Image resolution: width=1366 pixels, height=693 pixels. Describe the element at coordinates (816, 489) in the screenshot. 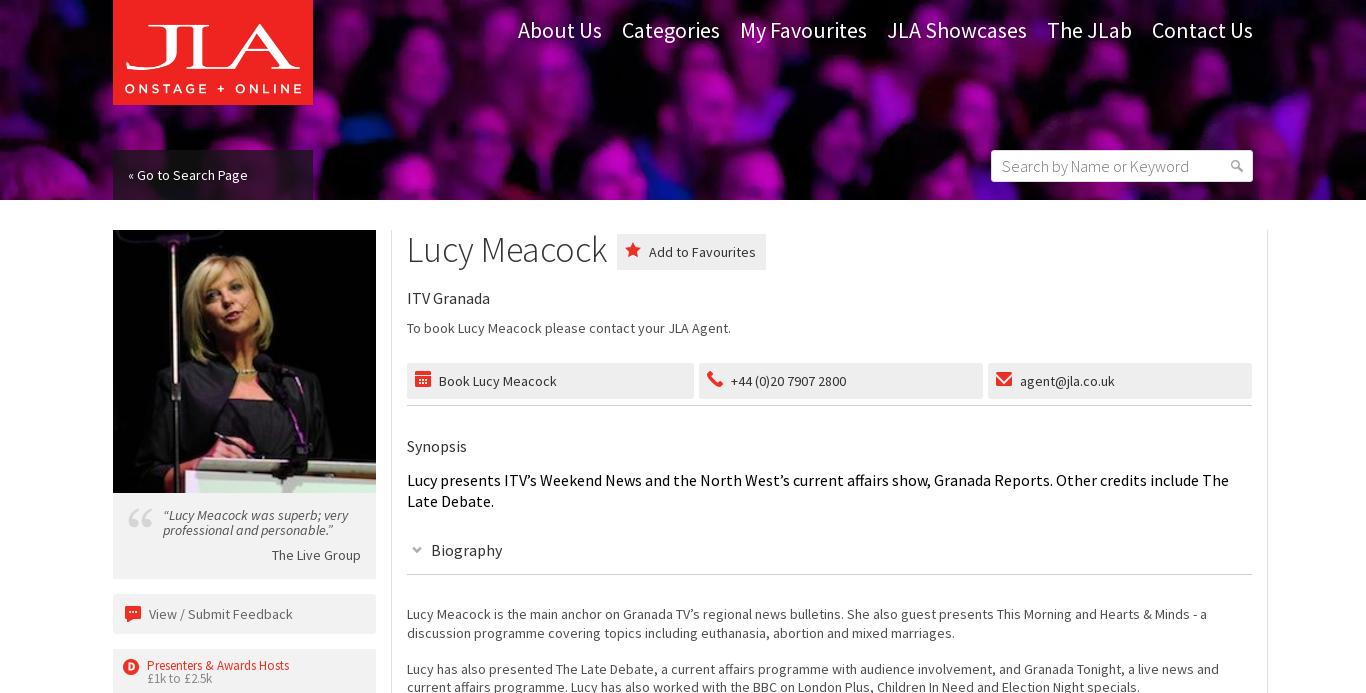

I see `'Lucy presents ITV’s Weekend News and the North West’s current affairs show, Granada Reports. Other credits include The Late Debate.'` at that location.